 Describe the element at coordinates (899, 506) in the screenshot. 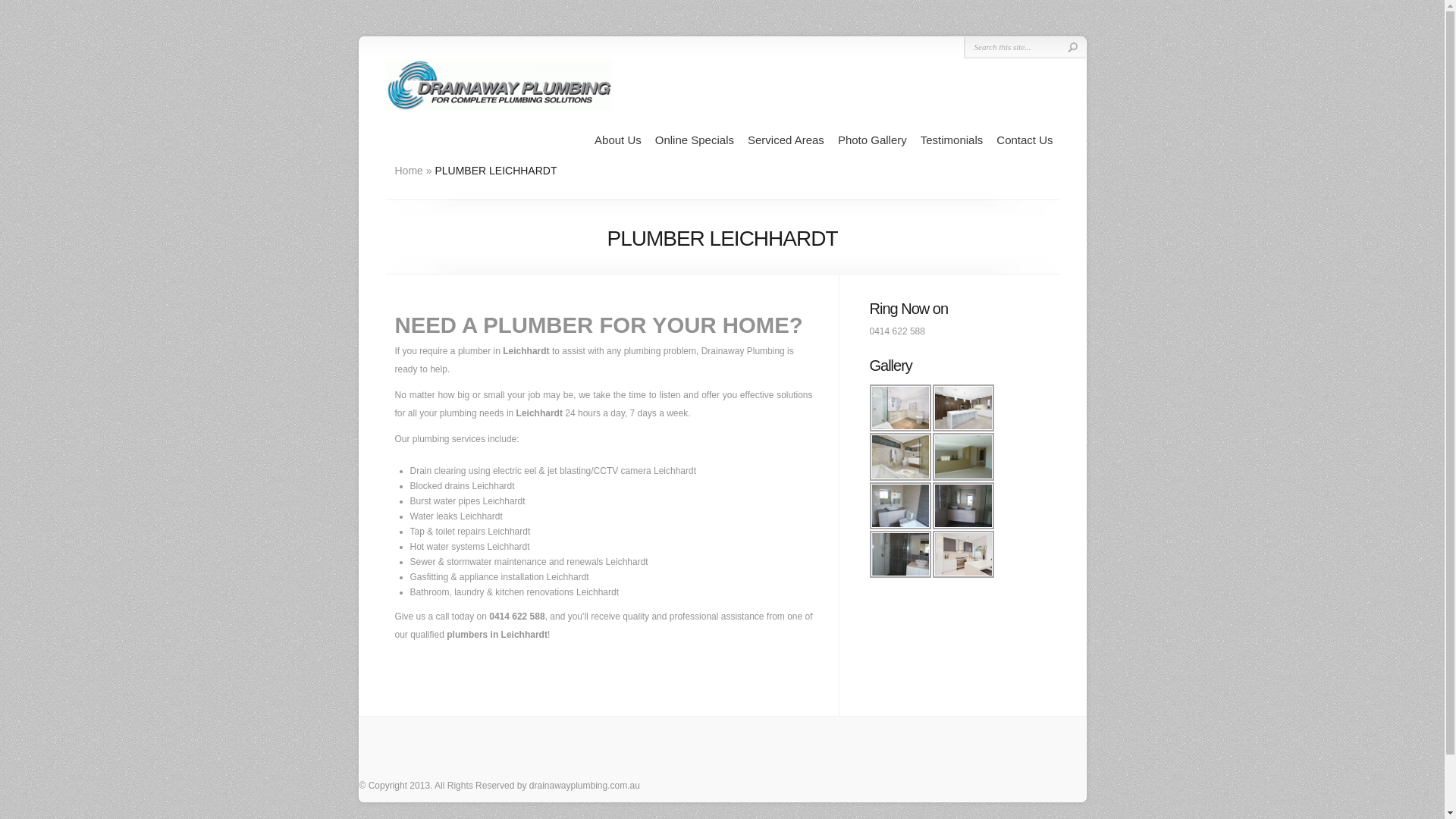

I see `'p1000441'` at that location.